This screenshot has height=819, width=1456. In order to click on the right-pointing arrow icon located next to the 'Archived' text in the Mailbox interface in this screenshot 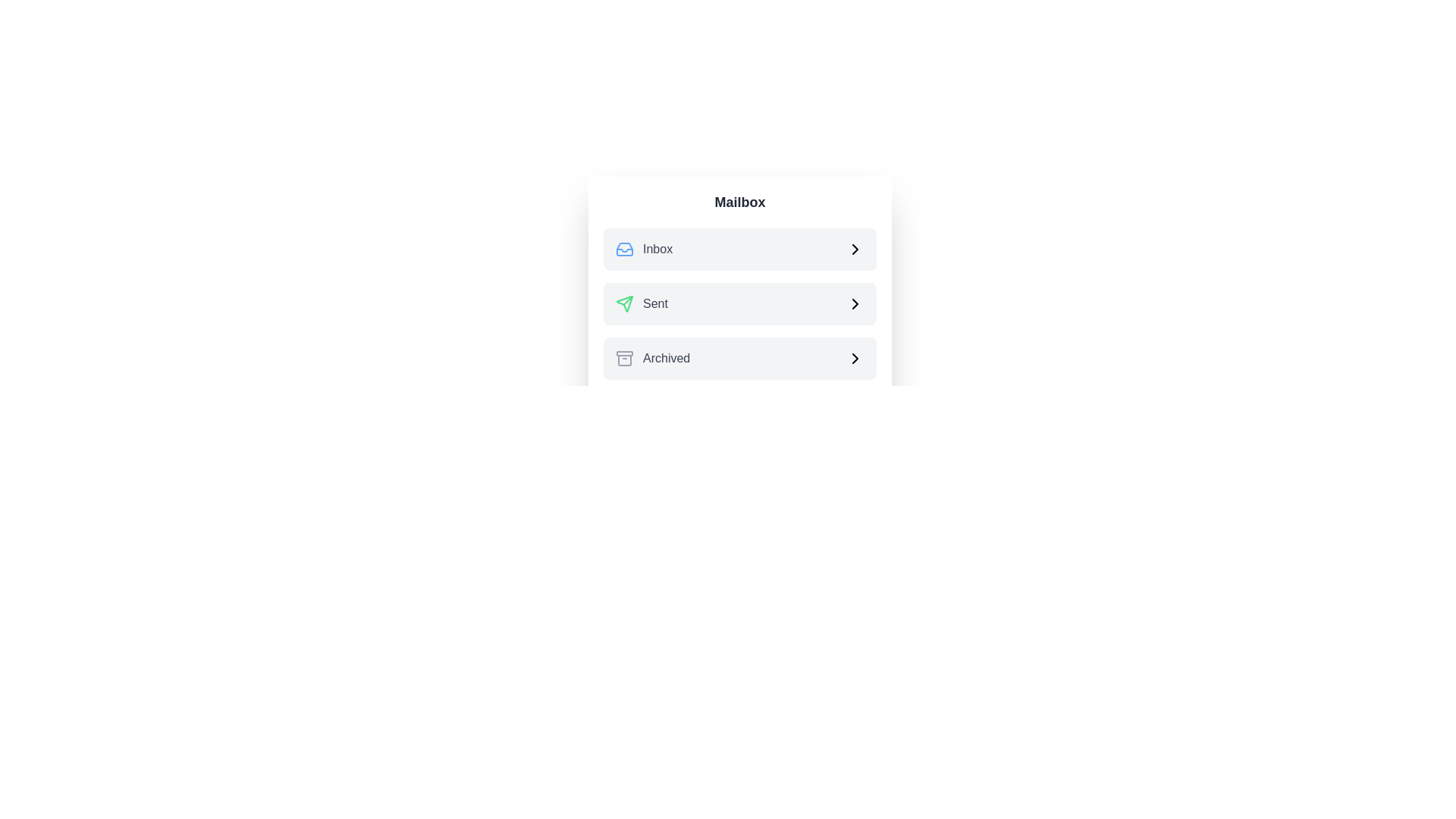, I will do `click(855, 359)`.